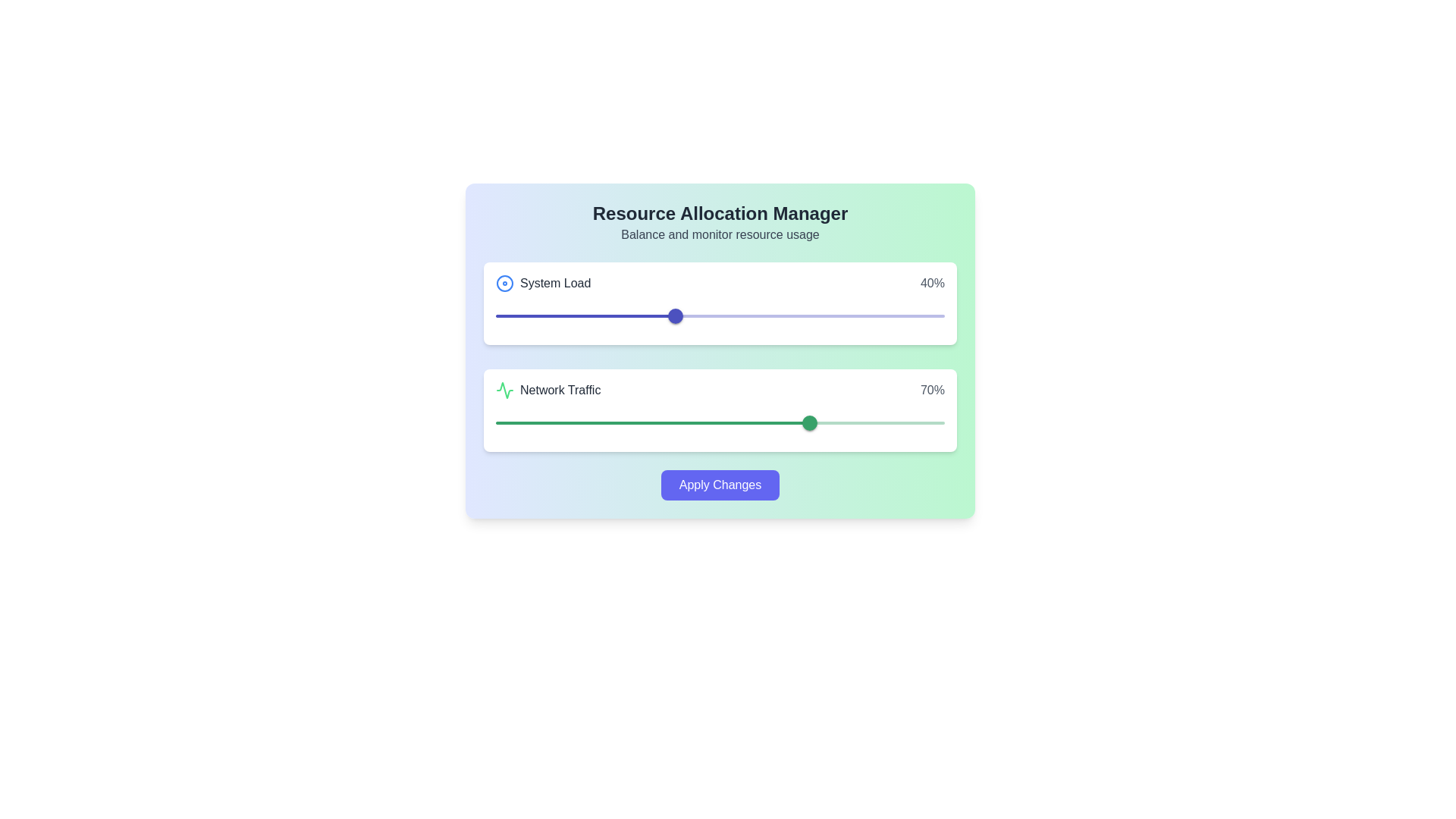 This screenshot has width=1456, height=819. What do you see at coordinates (745, 423) in the screenshot?
I see `the slider` at bounding box center [745, 423].